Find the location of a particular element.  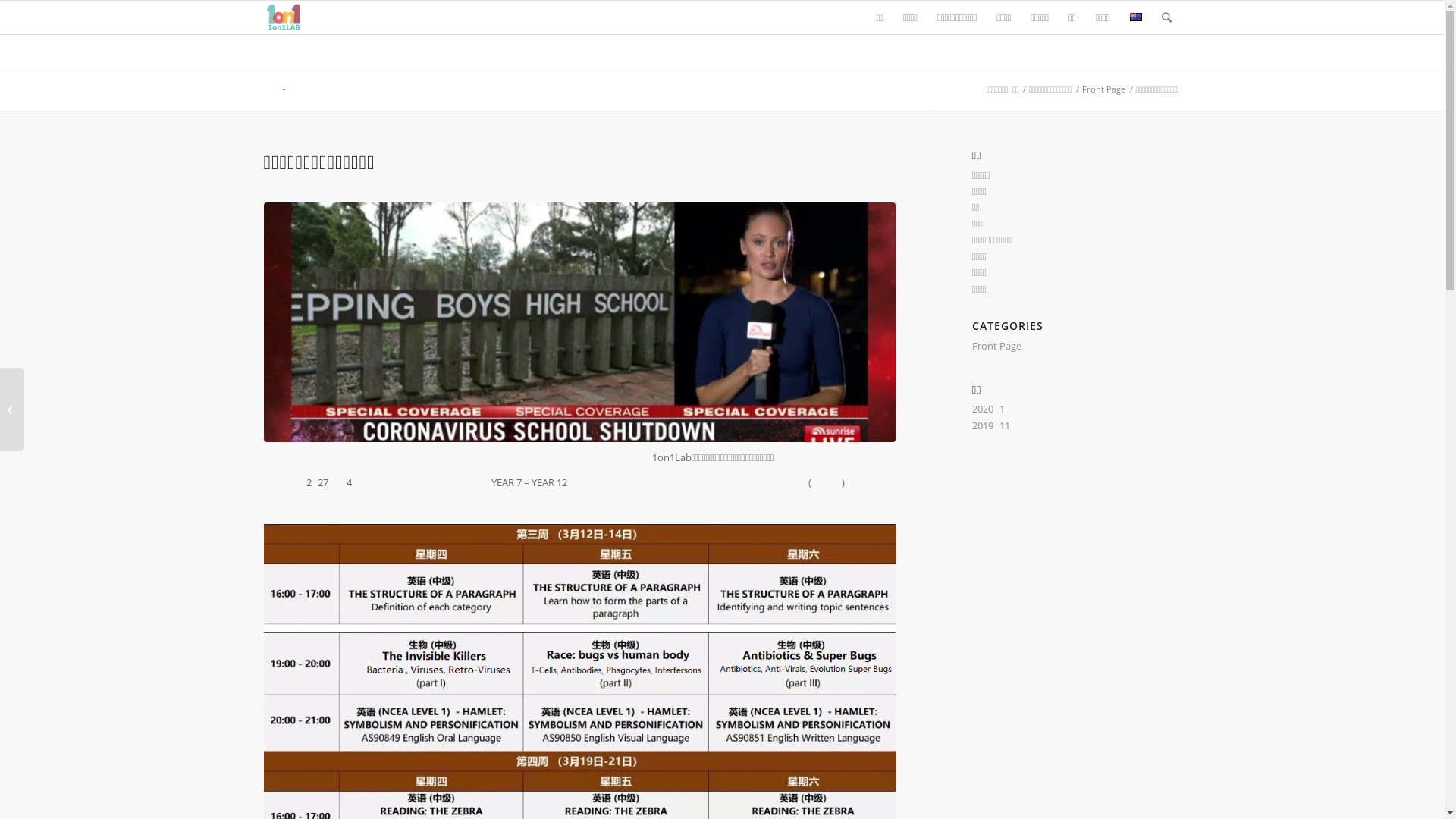

'English' is located at coordinates (1135, 17).